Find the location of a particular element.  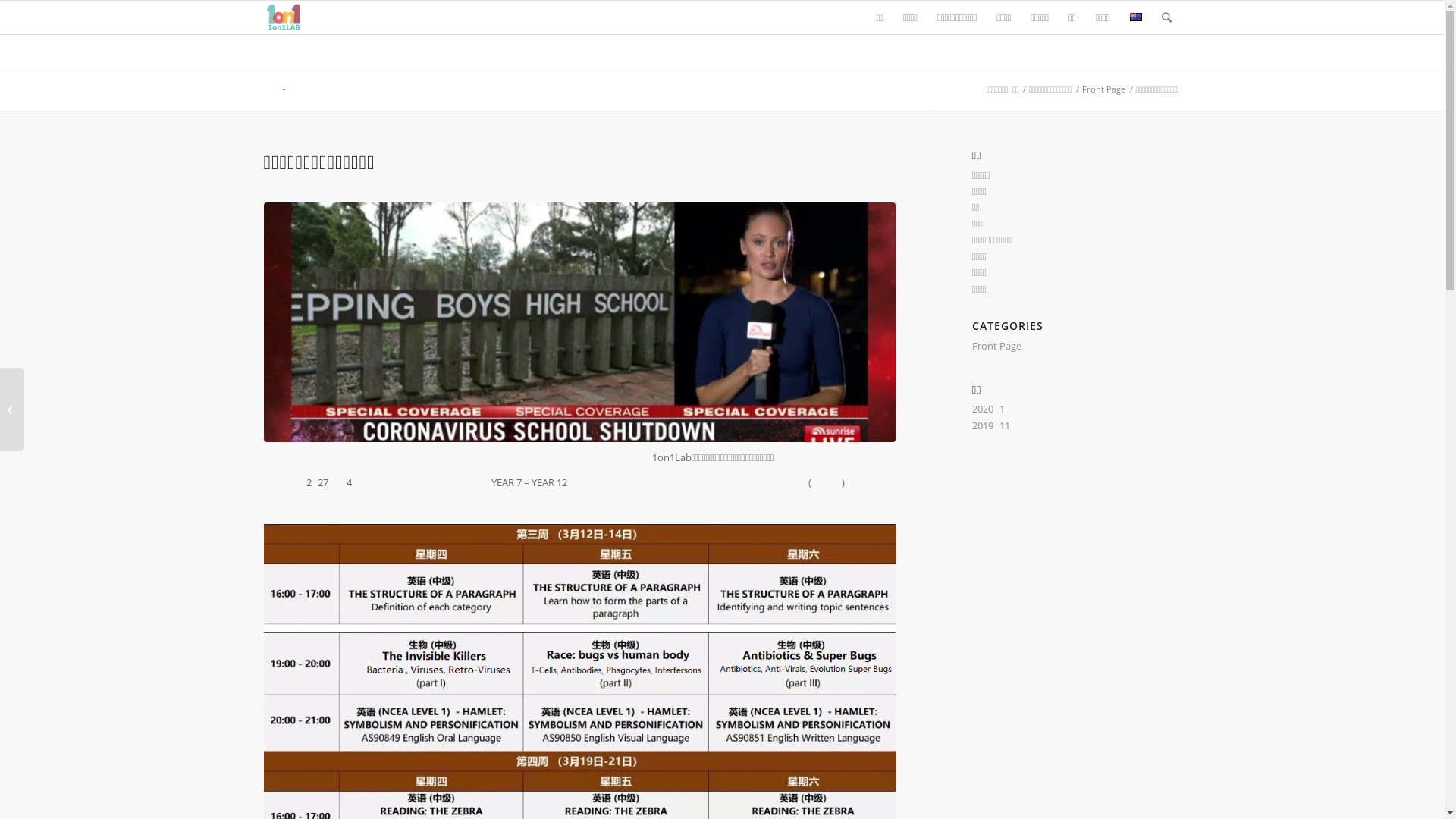

'English' is located at coordinates (1135, 17).